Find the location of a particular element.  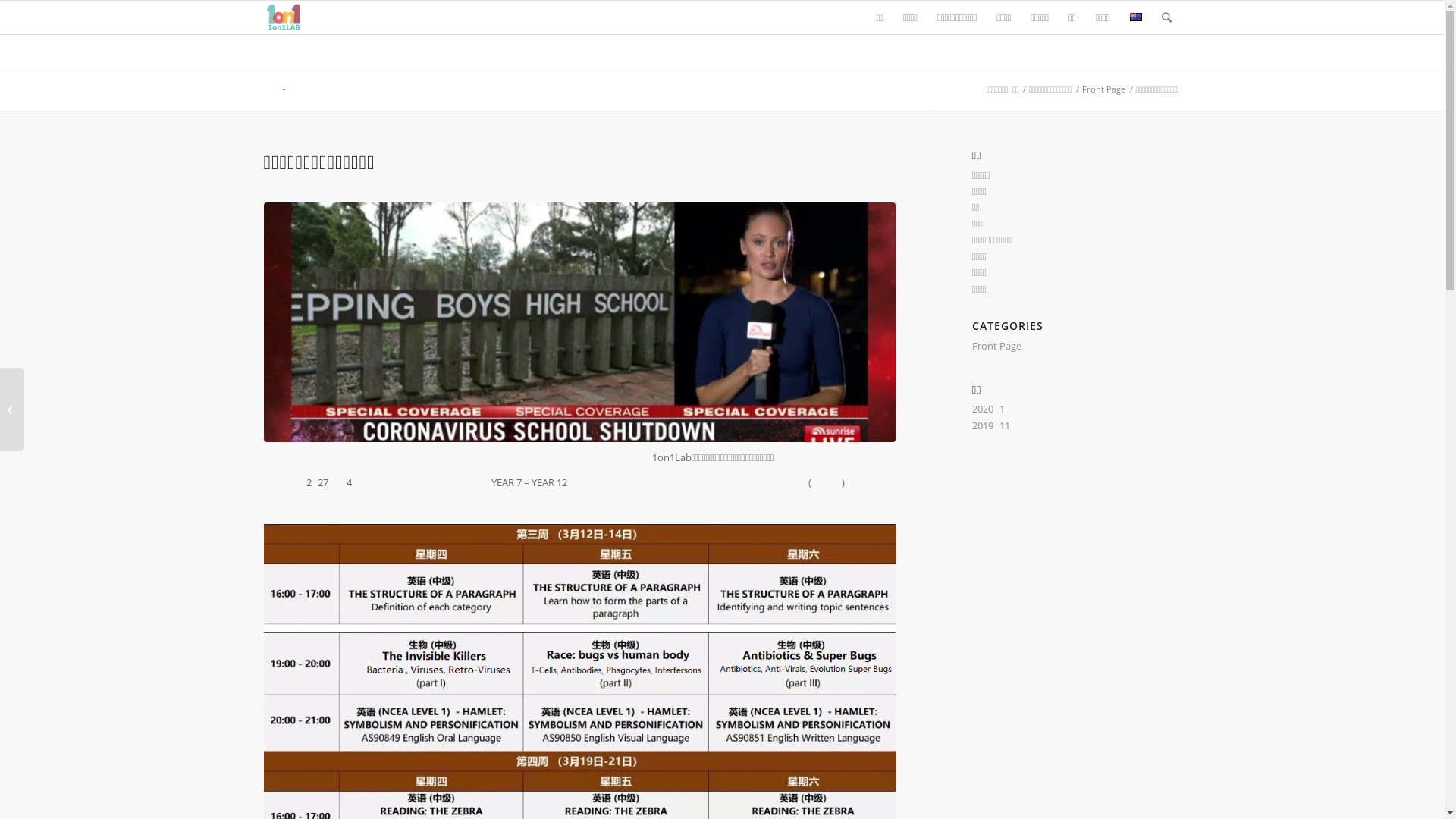

'English' is located at coordinates (1135, 17).